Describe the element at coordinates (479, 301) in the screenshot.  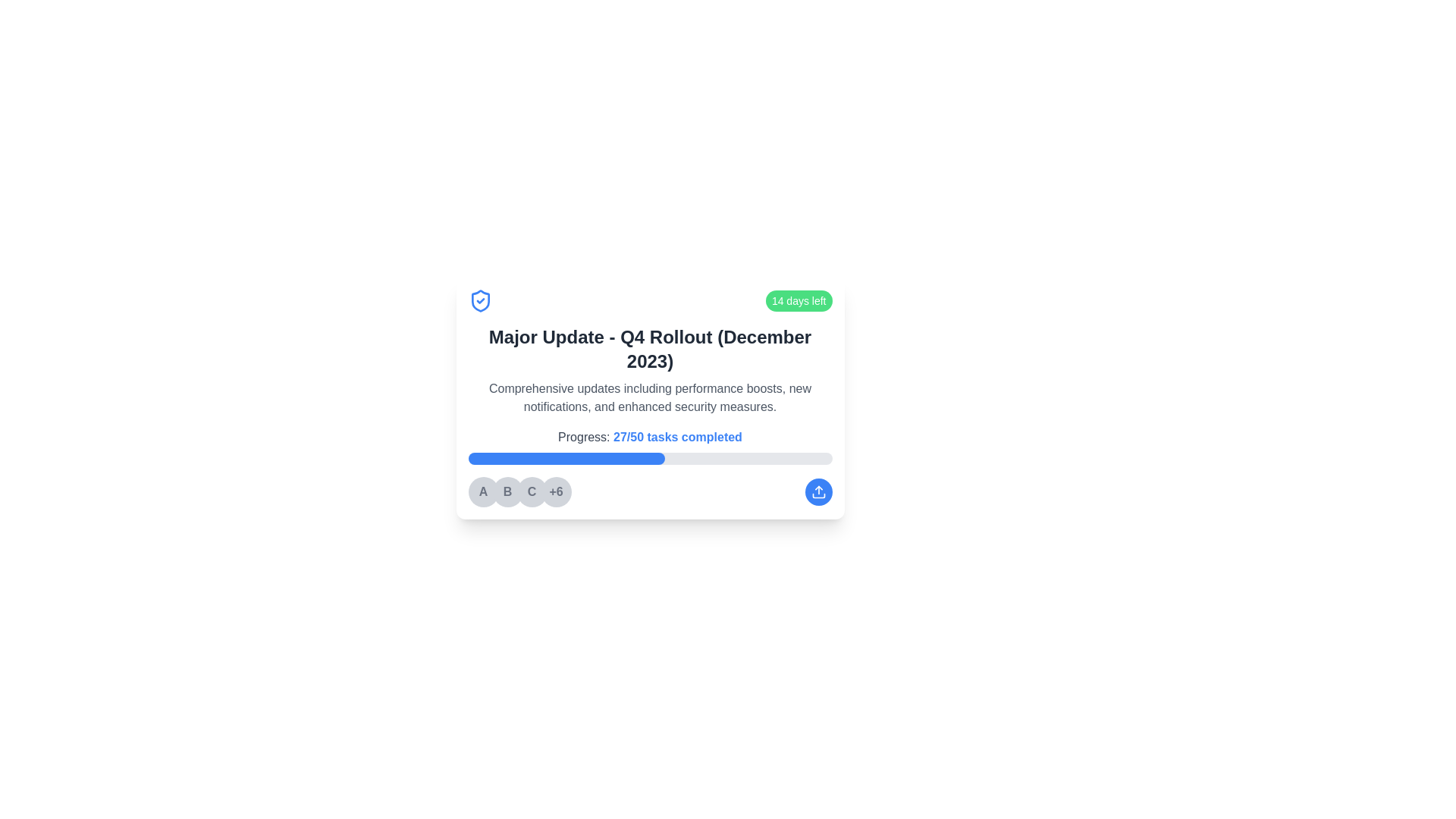
I see `the secure or verified state icon located at the top-left corner of the rectangular card interface, positioned next to a smaller checkmark component inside the shield` at that location.